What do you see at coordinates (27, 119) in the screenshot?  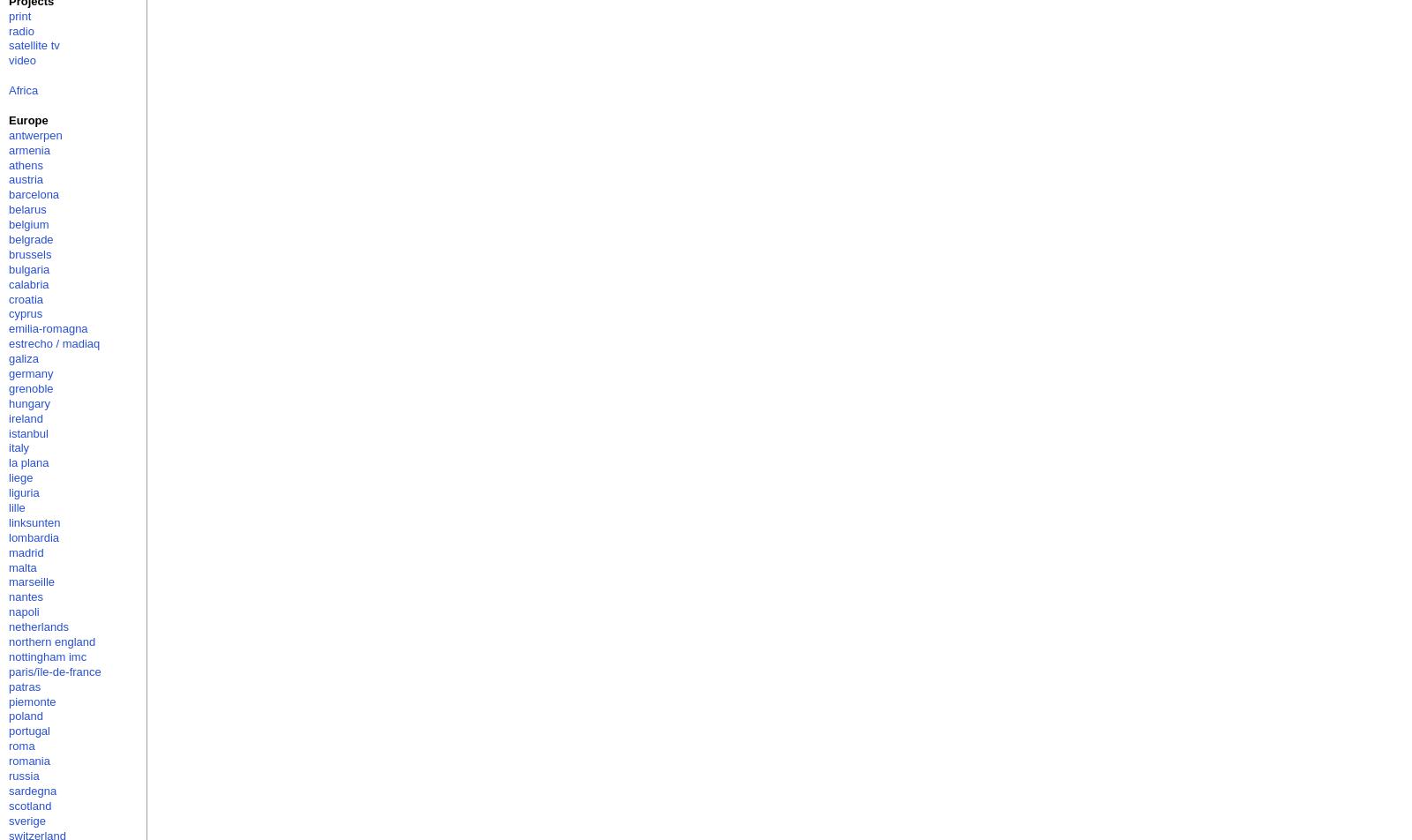 I see `'Europe'` at bounding box center [27, 119].